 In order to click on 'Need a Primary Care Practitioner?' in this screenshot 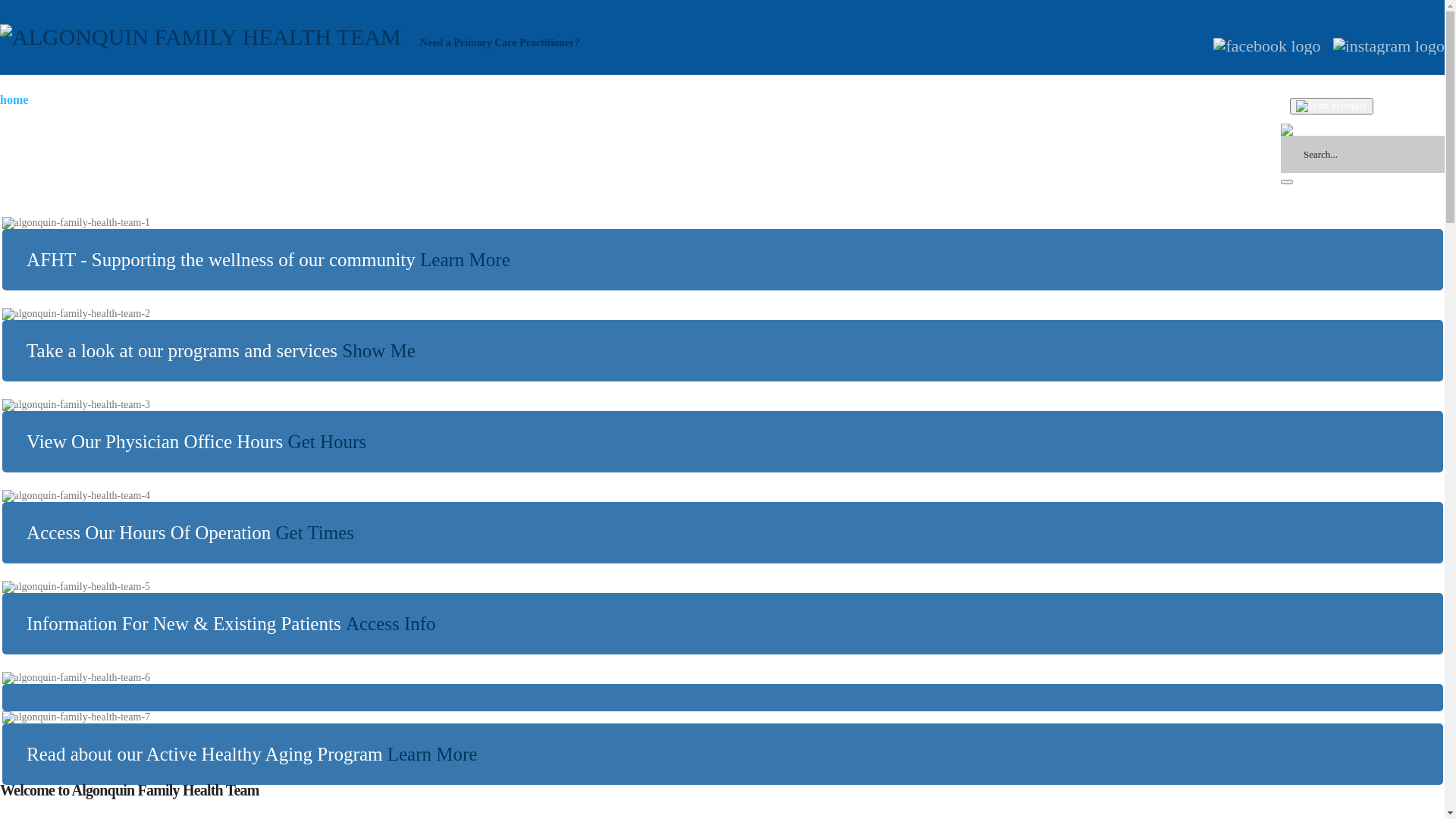, I will do `click(499, 42)`.